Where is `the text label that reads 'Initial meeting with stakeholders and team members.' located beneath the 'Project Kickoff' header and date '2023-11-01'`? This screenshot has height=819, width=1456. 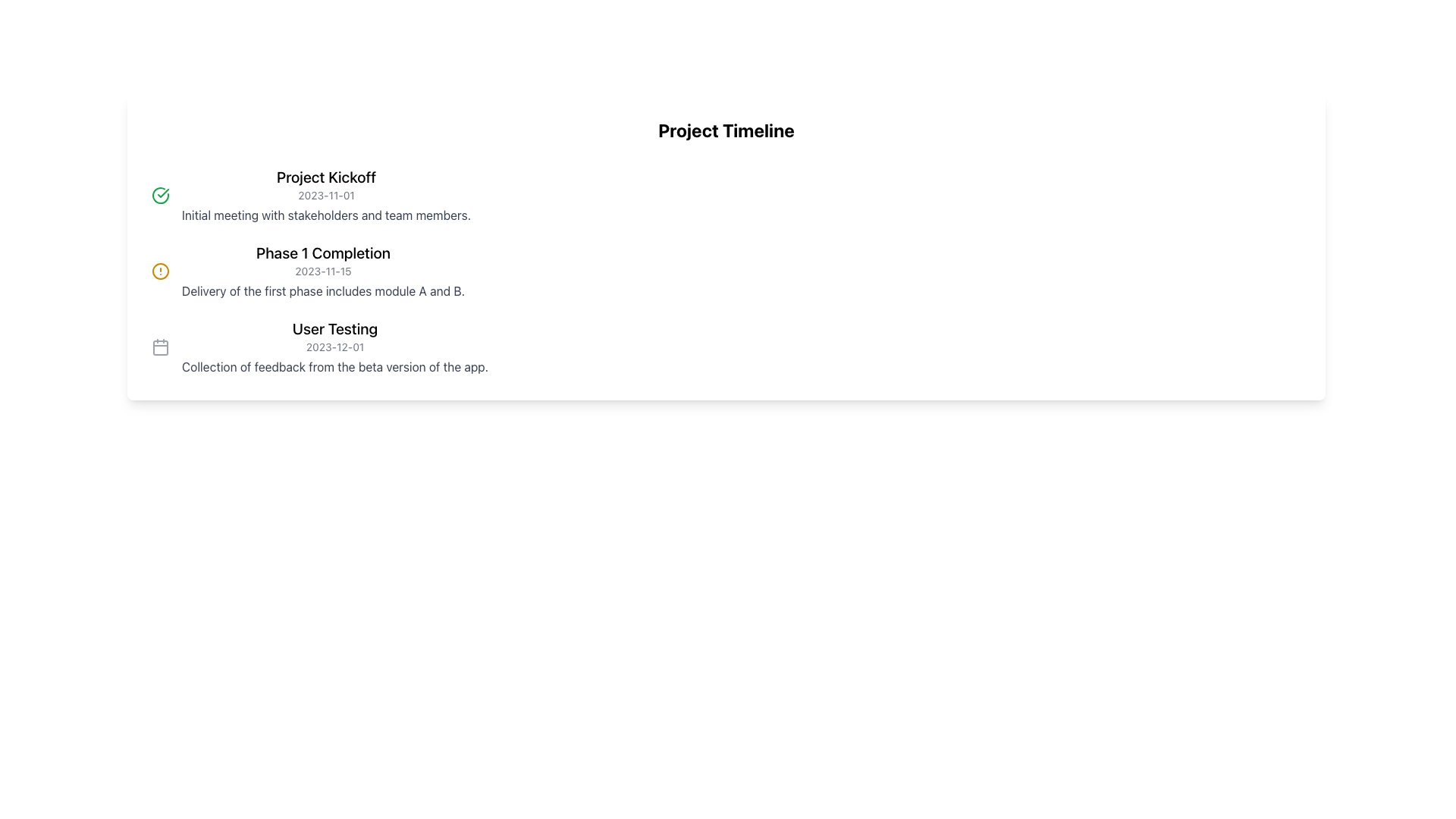 the text label that reads 'Initial meeting with stakeholders and team members.' located beneath the 'Project Kickoff' header and date '2023-11-01' is located at coordinates (325, 215).